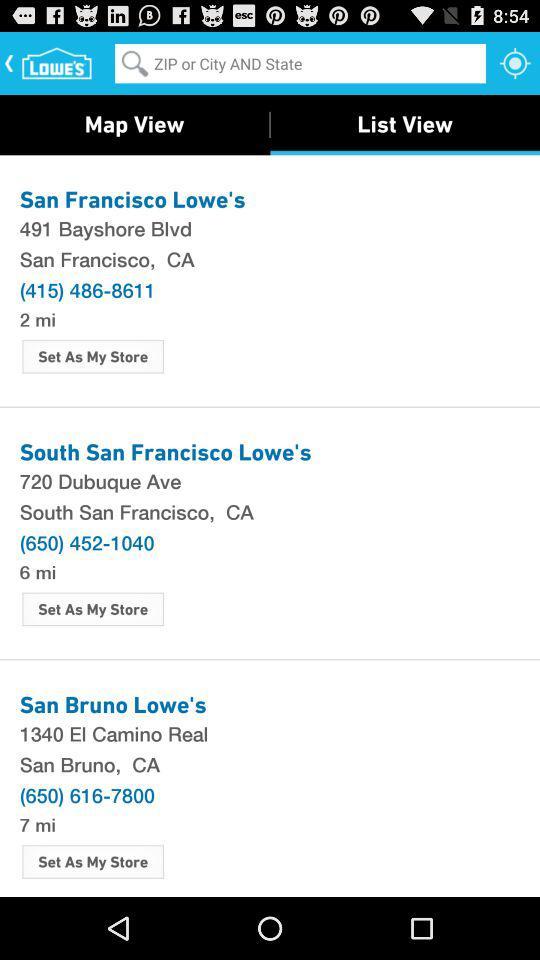 This screenshot has width=540, height=960. I want to click on 7 mi item, so click(37, 824).